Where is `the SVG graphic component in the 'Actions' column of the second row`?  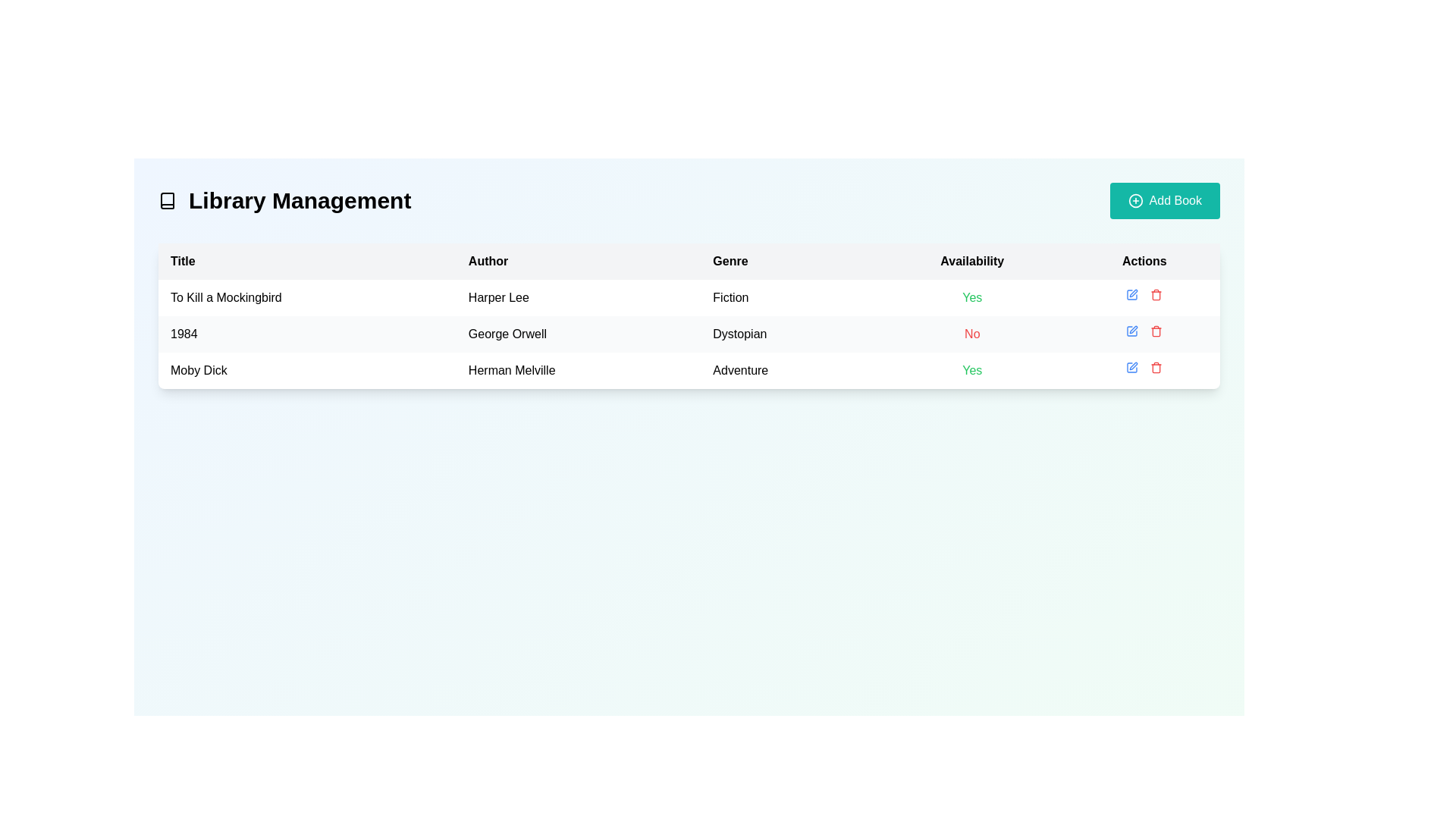 the SVG graphic component in the 'Actions' column of the second row is located at coordinates (1134, 329).